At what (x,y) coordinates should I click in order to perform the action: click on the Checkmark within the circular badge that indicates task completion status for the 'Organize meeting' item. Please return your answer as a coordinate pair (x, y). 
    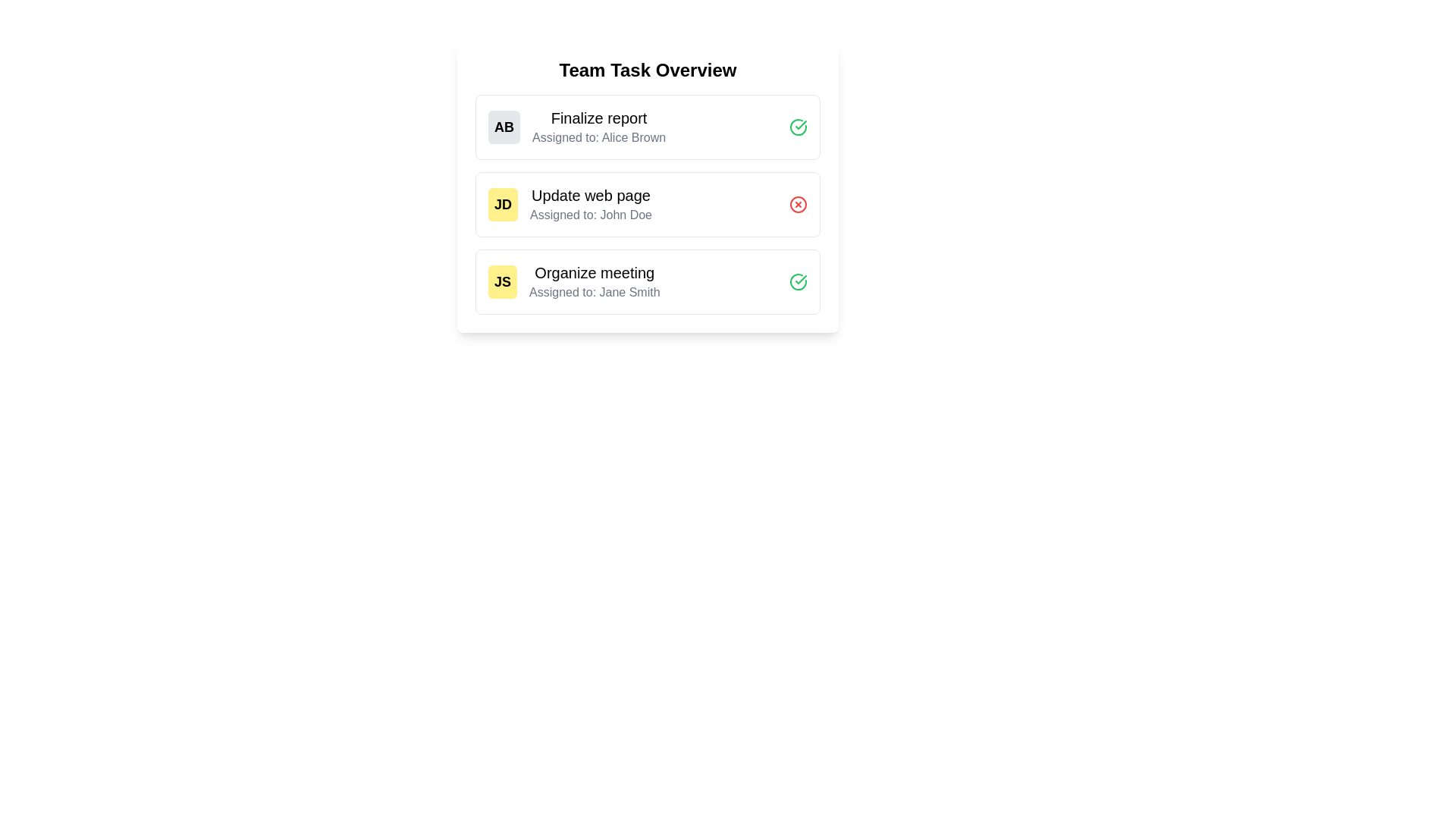
    Looking at the image, I should click on (800, 124).